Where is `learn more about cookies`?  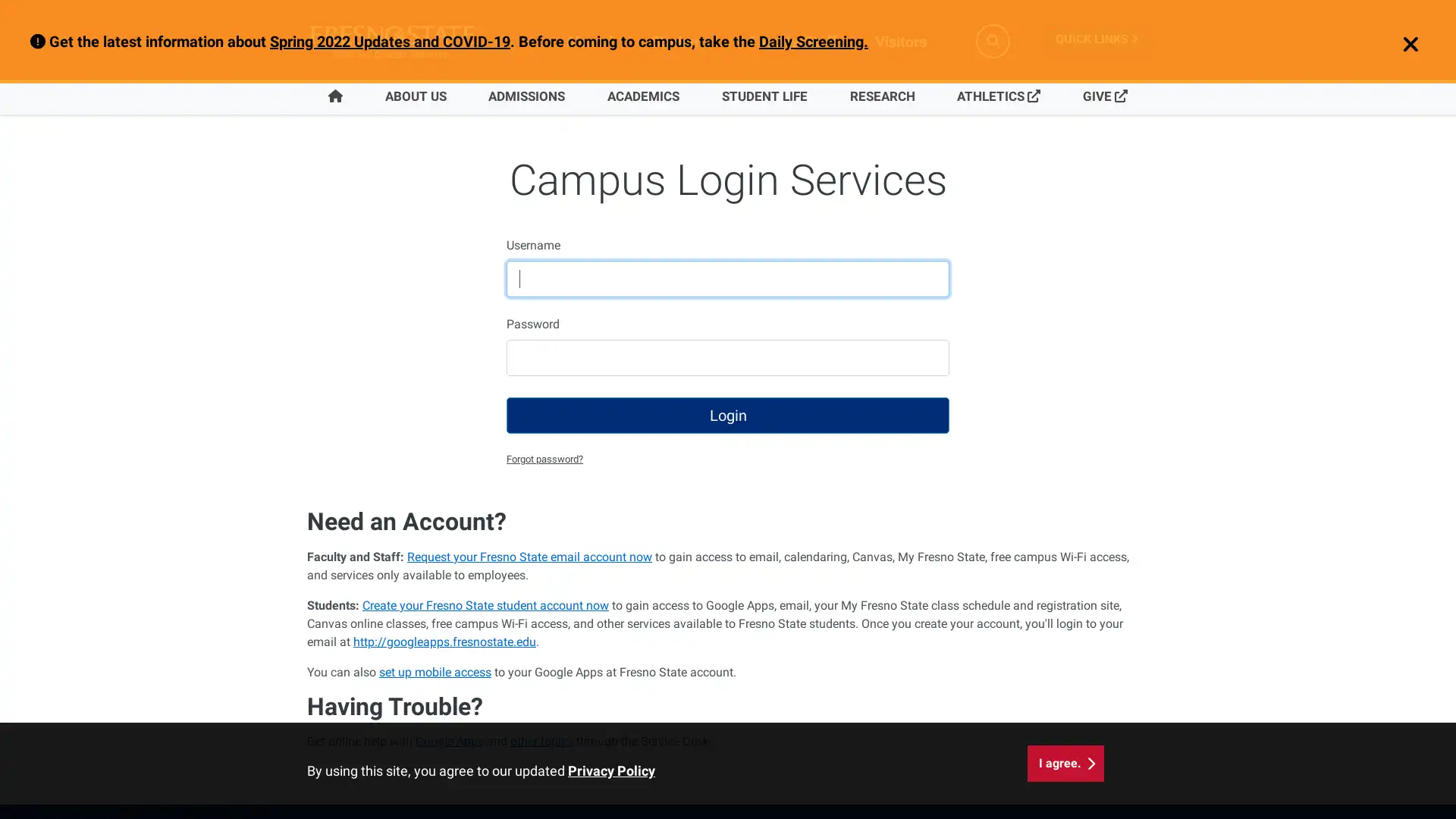
learn more about cookies is located at coordinates (611, 770).